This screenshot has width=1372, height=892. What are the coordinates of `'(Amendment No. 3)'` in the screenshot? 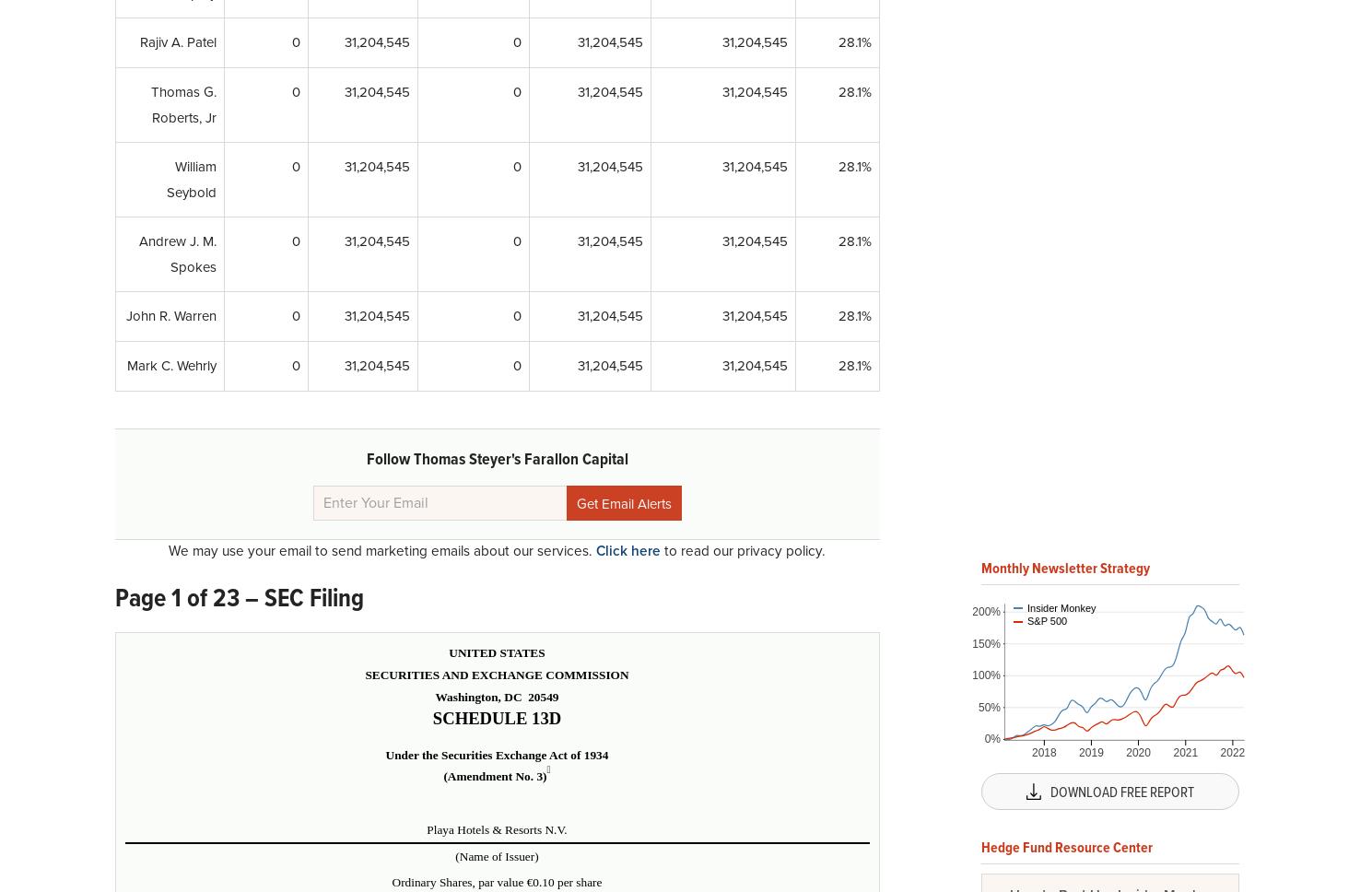 It's located at (494, 776).